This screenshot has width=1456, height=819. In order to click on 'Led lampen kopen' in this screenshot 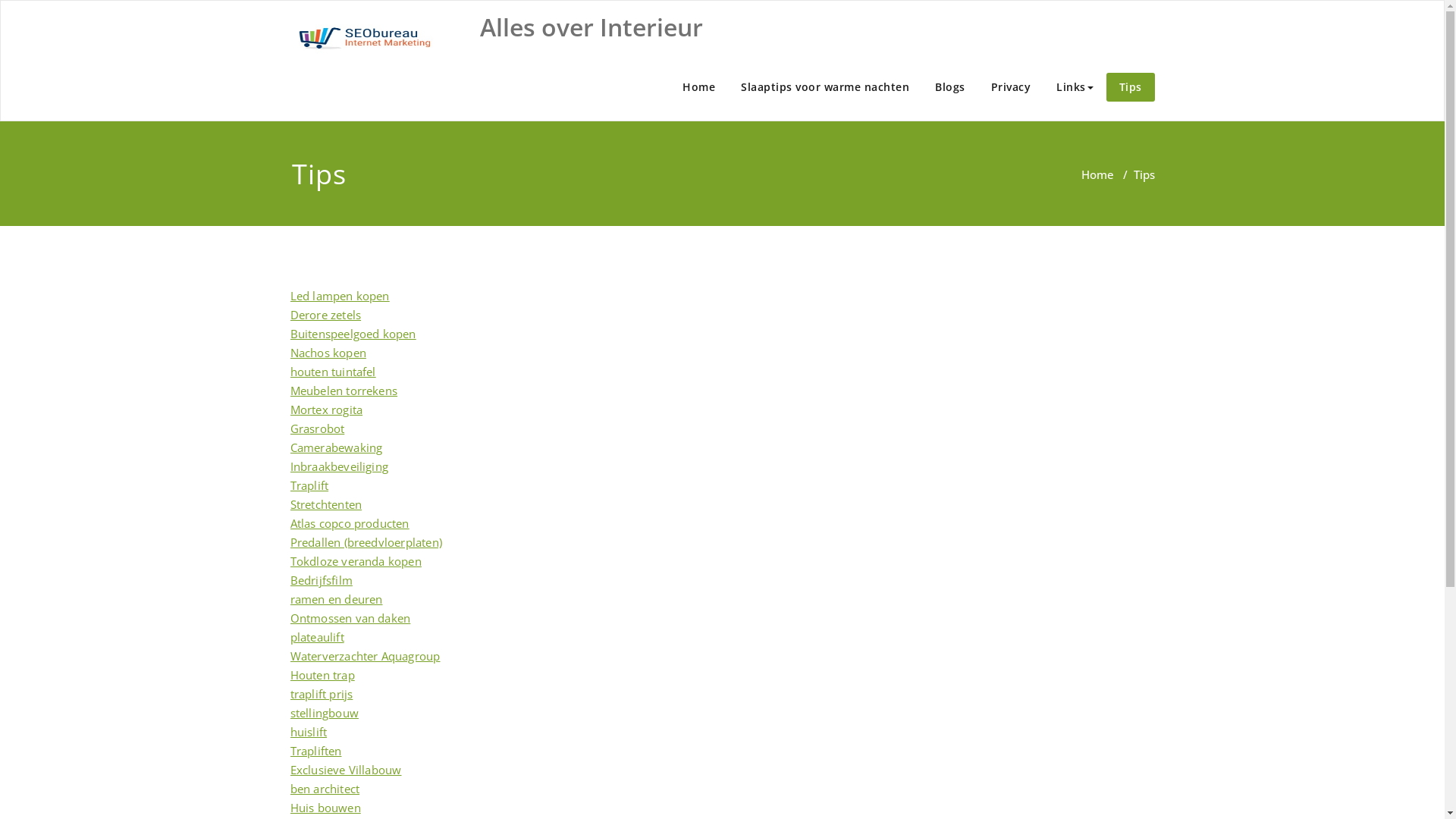, I will do `click(338, 295)`.